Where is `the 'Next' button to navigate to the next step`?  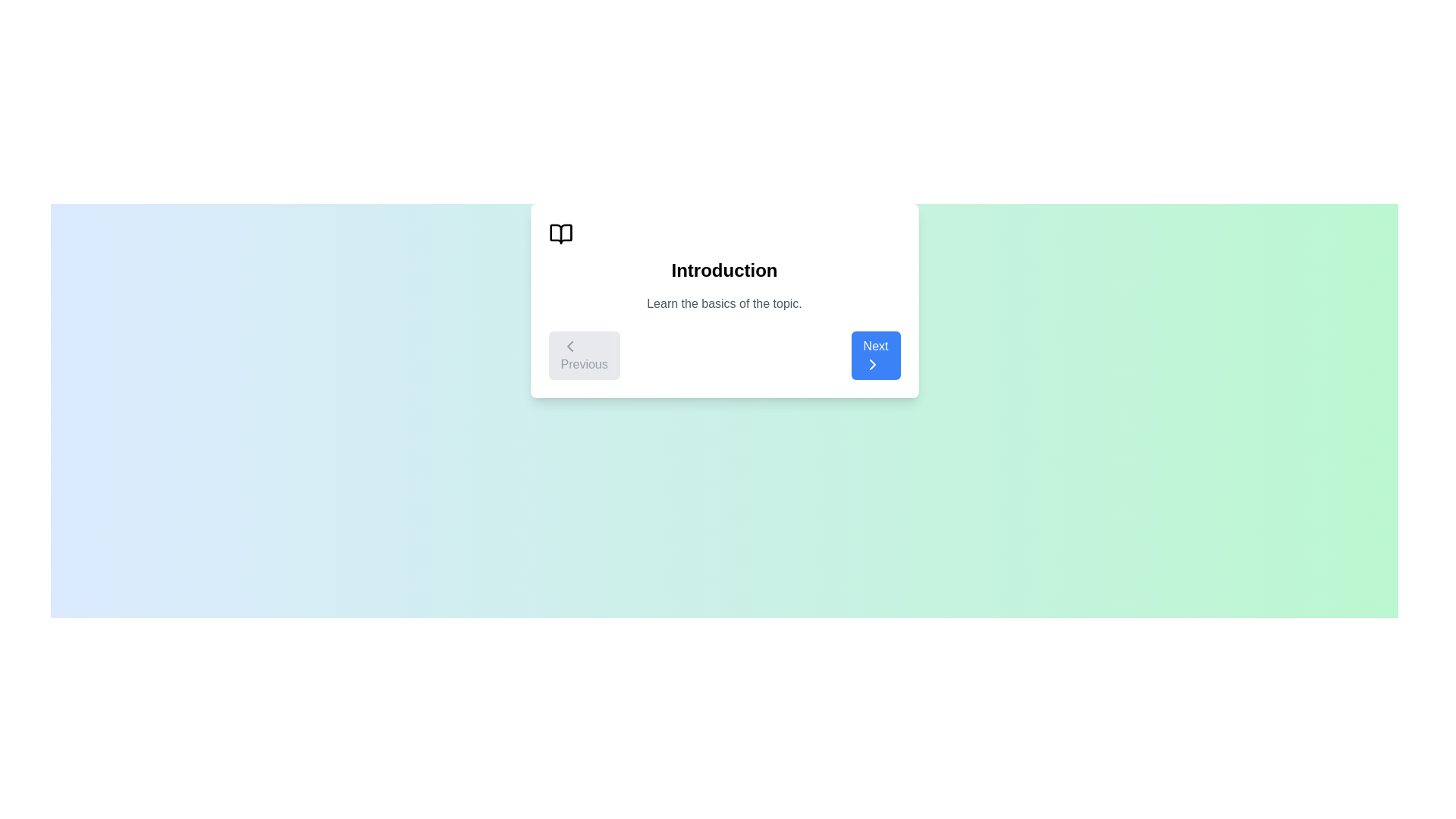 the 'Next' button to navigate to the next step is located at coordinates (876, 356).